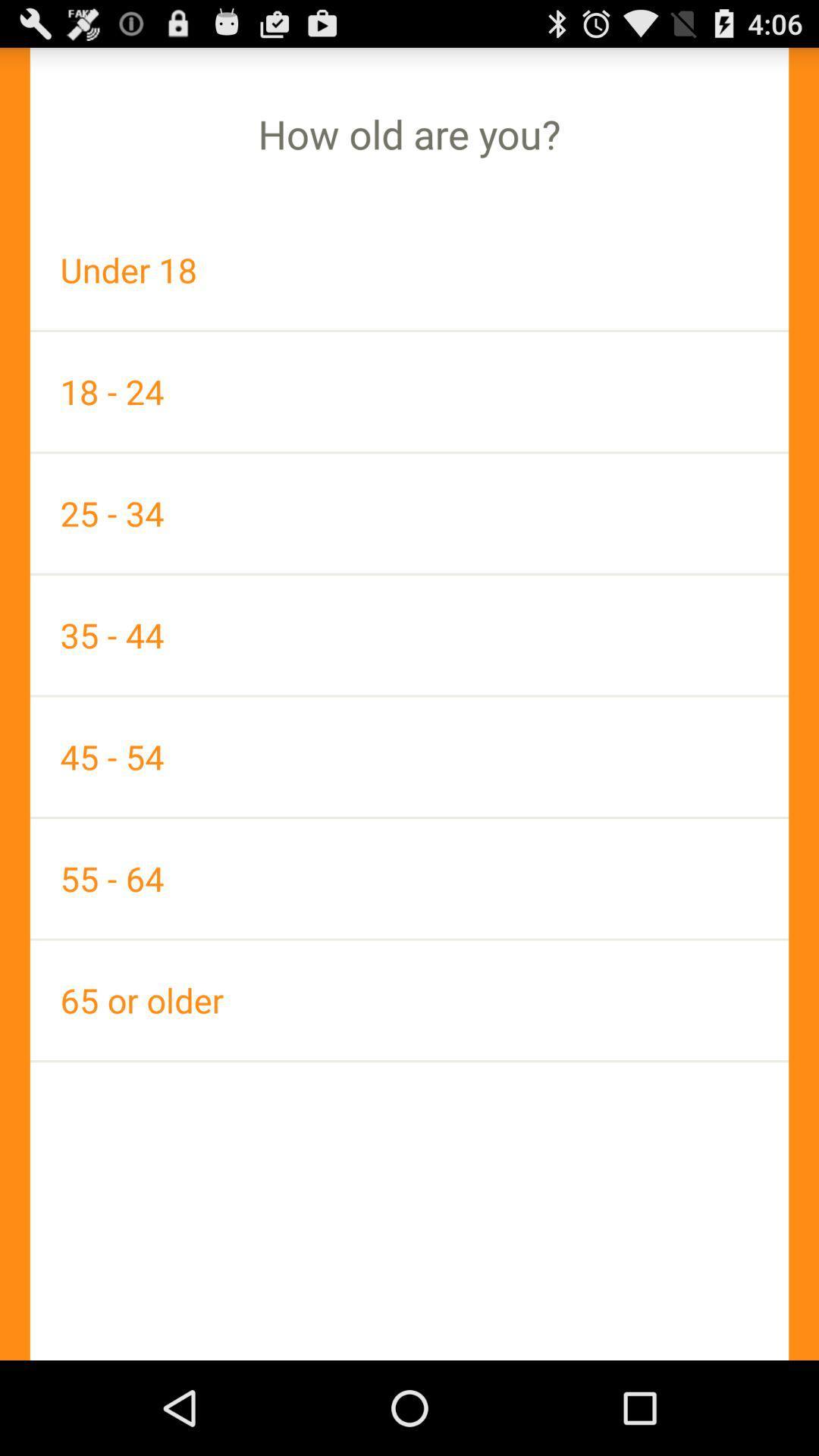 This screenshot has height=1456, width=819. What do you see at coordinates (409, 270) in the screenshot?
I see `icon above 18 - 24 app` at bounding box center [409, 270].